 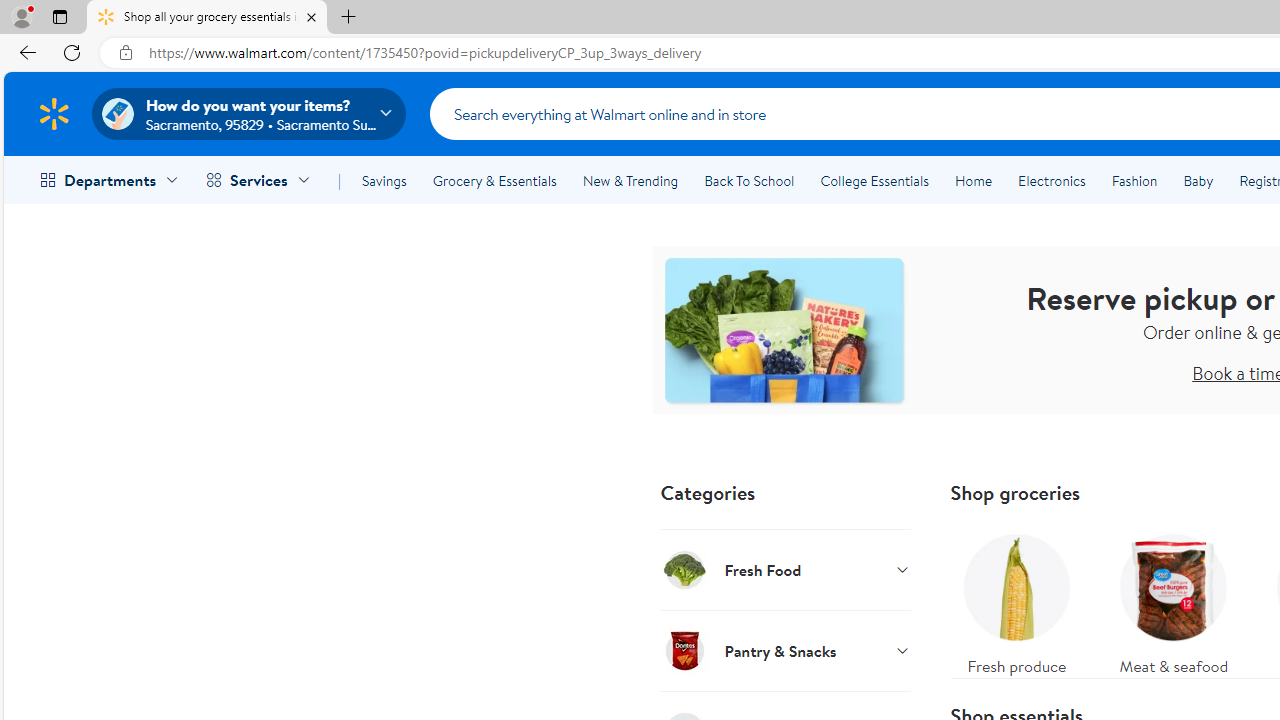 I want to click on 'New & Trending', so click(x=630, y=181).